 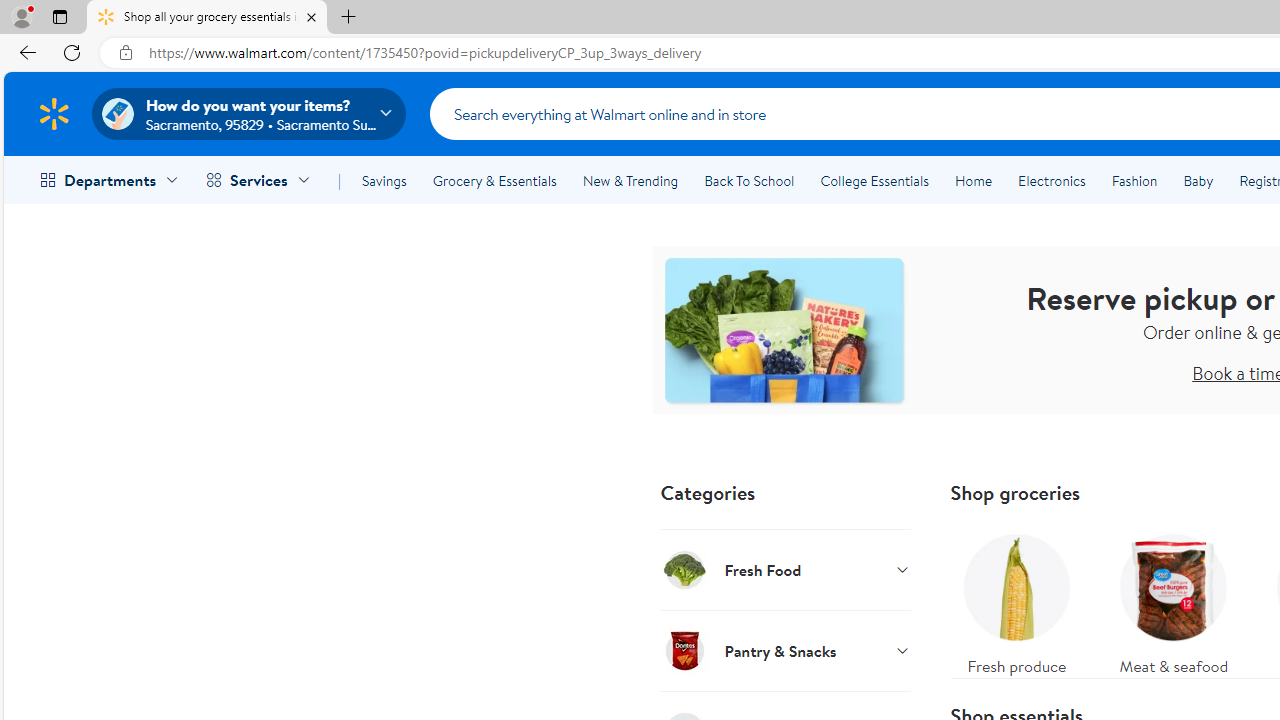 I want to click on 'New & Trending', so click(x=630, y=181).